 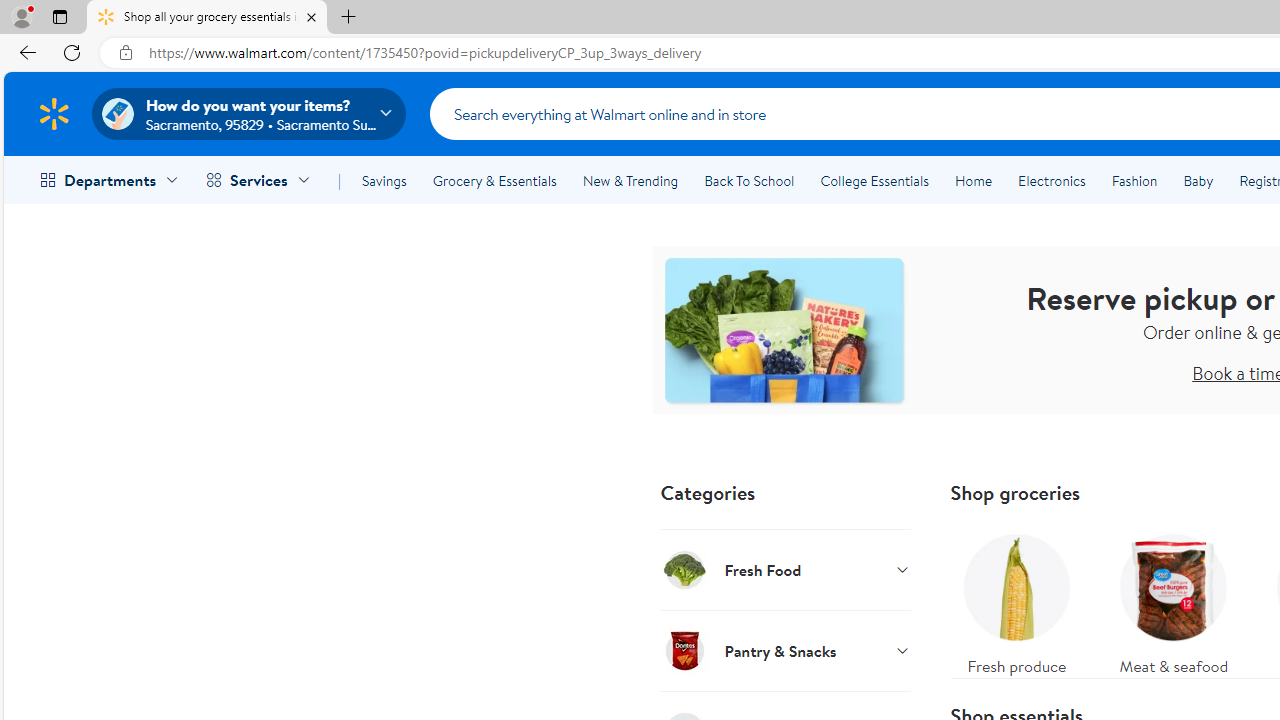 I want to click on 'New & Trending', so click(x=630, y=181).